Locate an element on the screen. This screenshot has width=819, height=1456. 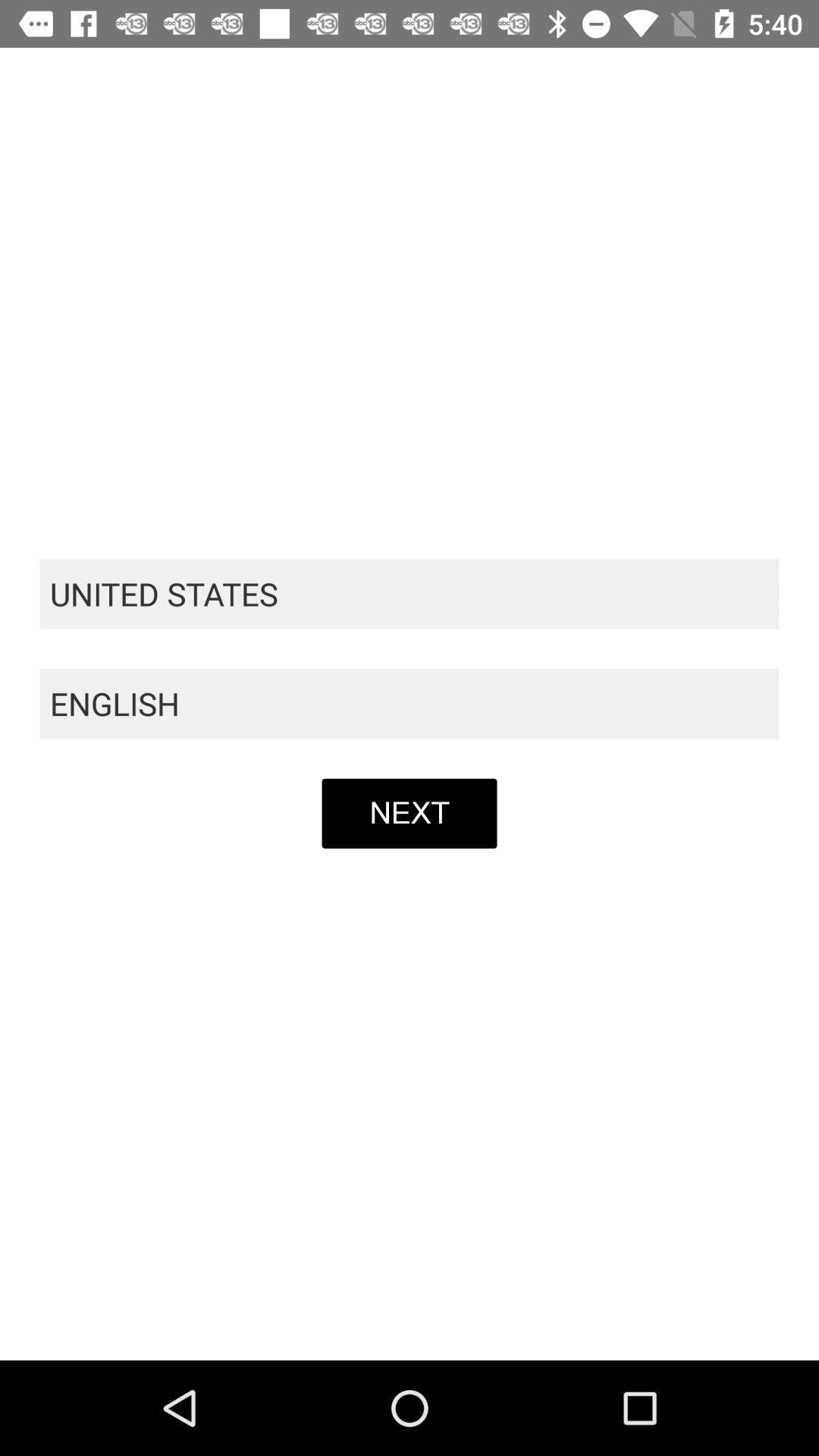
the united states item is located at coordinates (409, 593).